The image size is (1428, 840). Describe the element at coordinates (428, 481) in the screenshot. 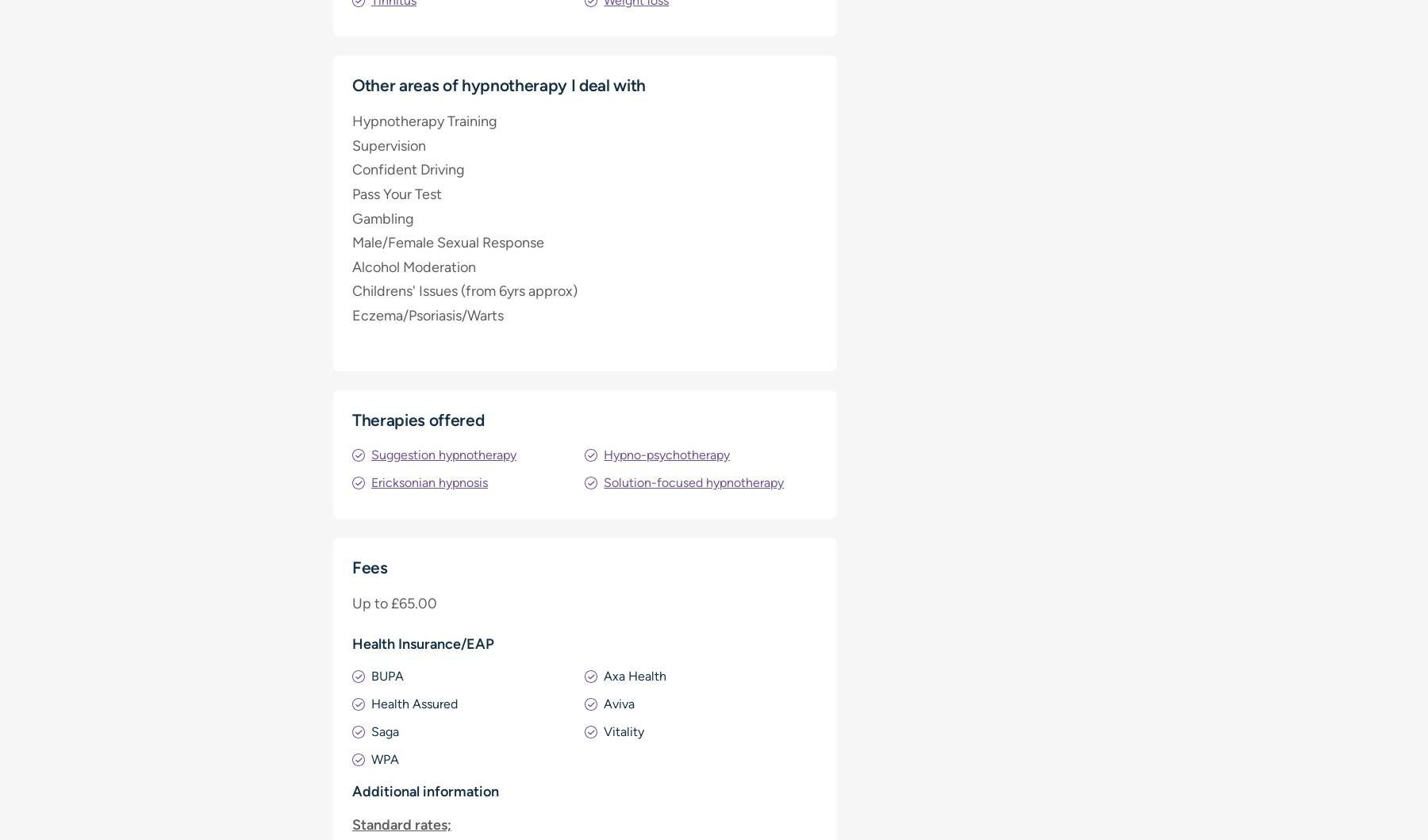

I see `'Ericksonian hypnosis'` at that location.